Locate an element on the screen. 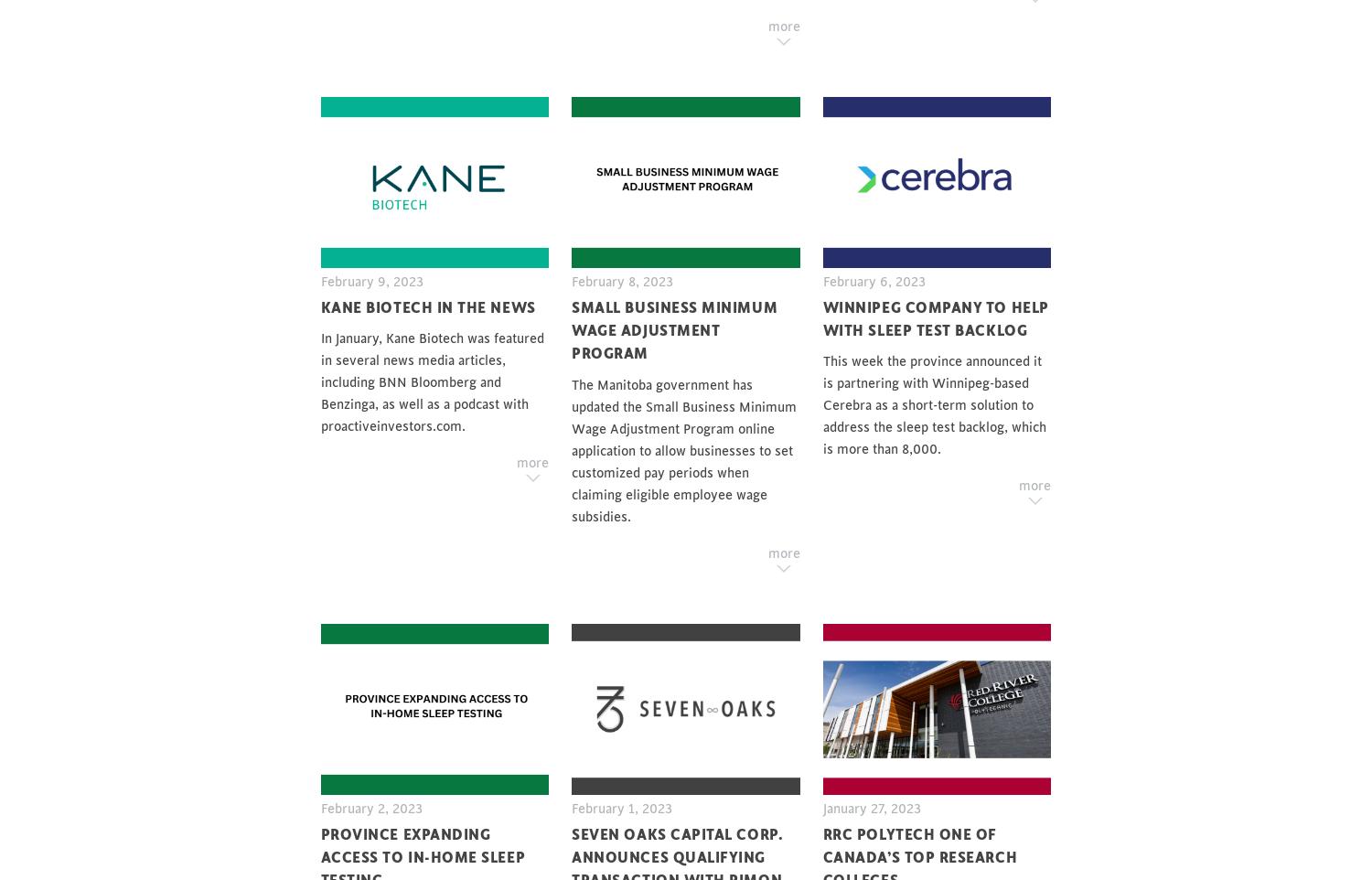  'In January, Kane Biotech was featured in several news media articles, including  BNN Bloomberg and Benzinga, as well as a podcast with proactiveinvestors.com.' is located at coordinates (431, 382).